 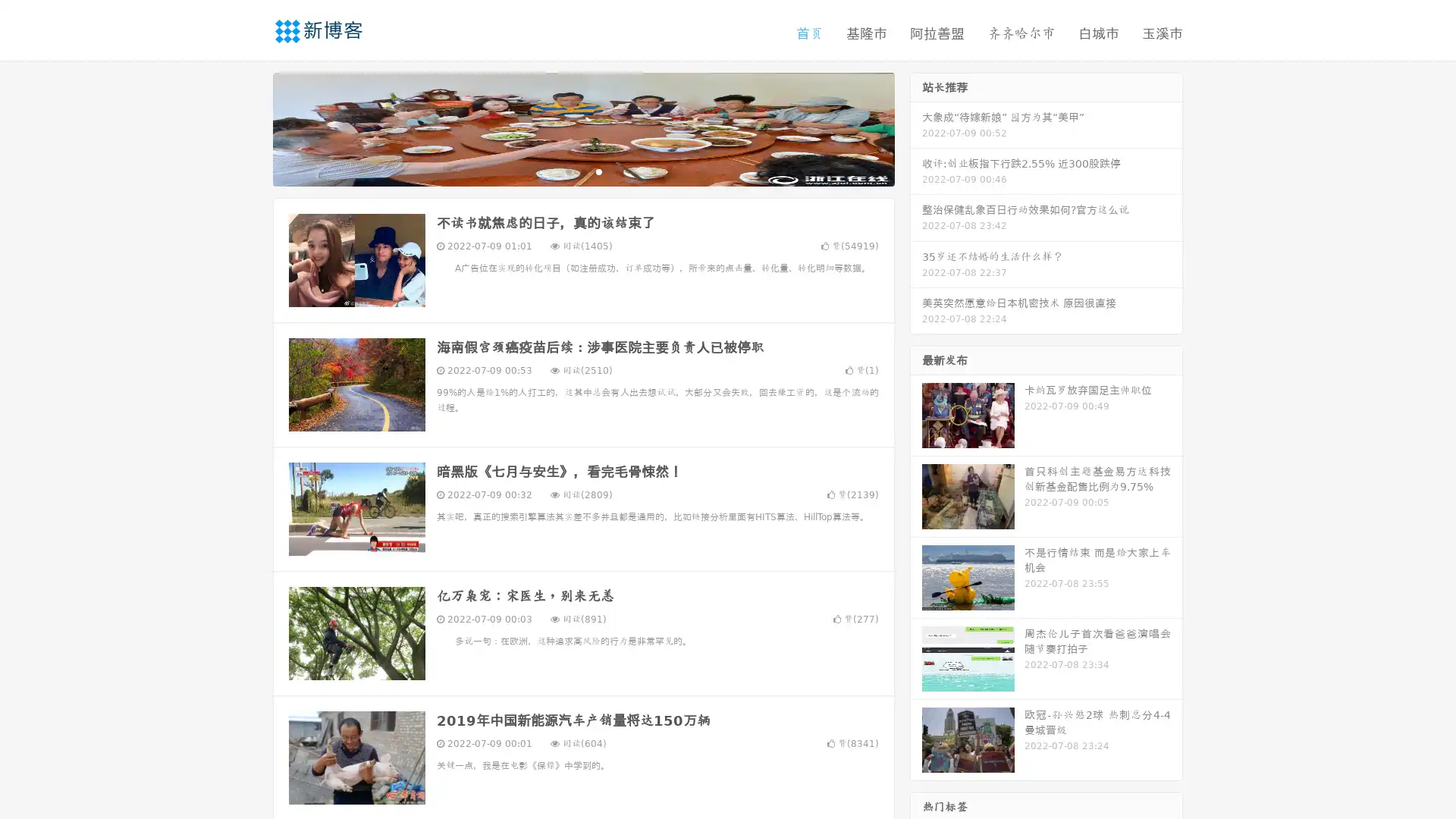 I want to click on Go to slide 3, so click(x=598, y=171).